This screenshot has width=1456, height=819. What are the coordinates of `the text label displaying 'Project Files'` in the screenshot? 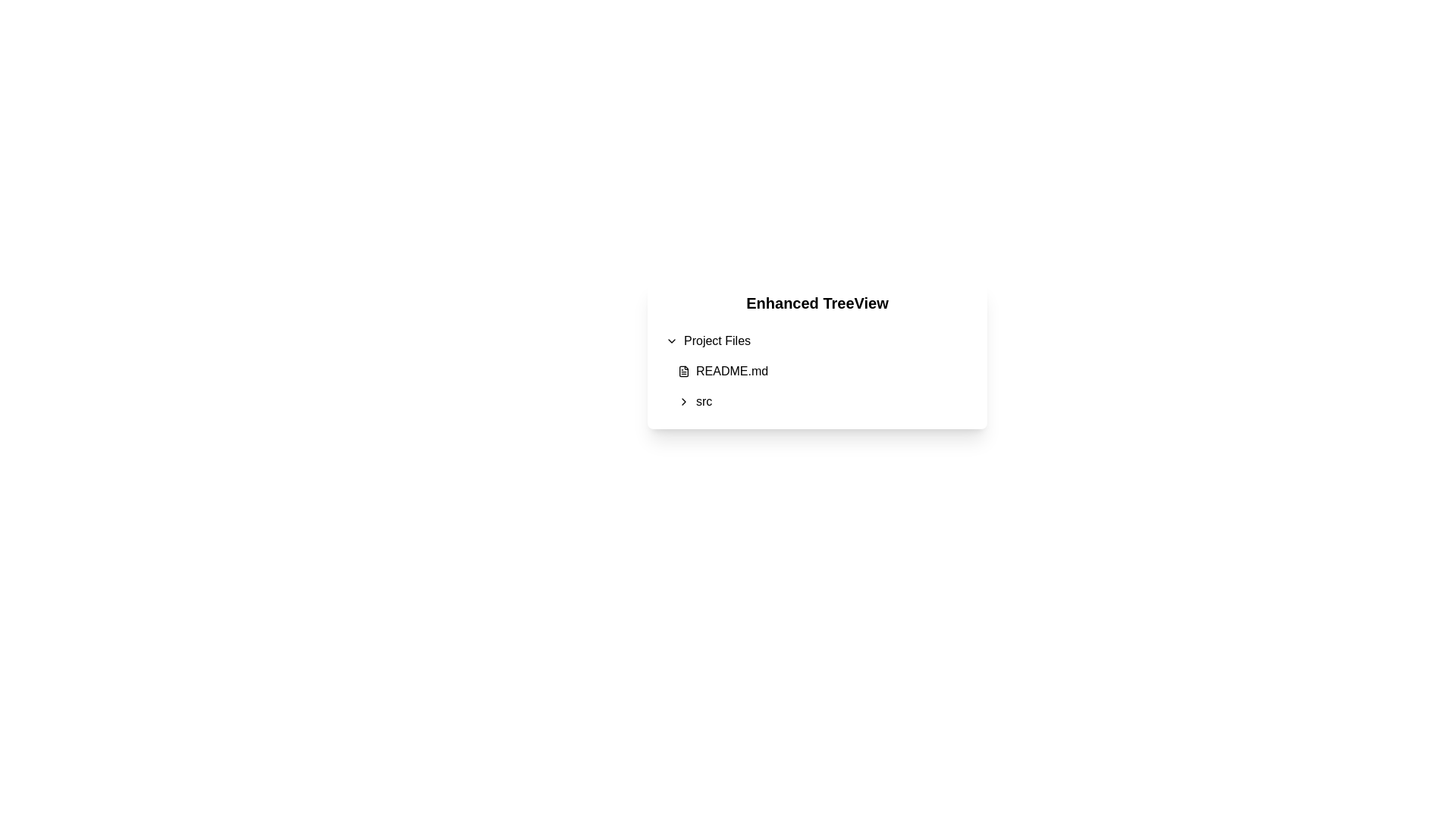 It's located at (716, 341).